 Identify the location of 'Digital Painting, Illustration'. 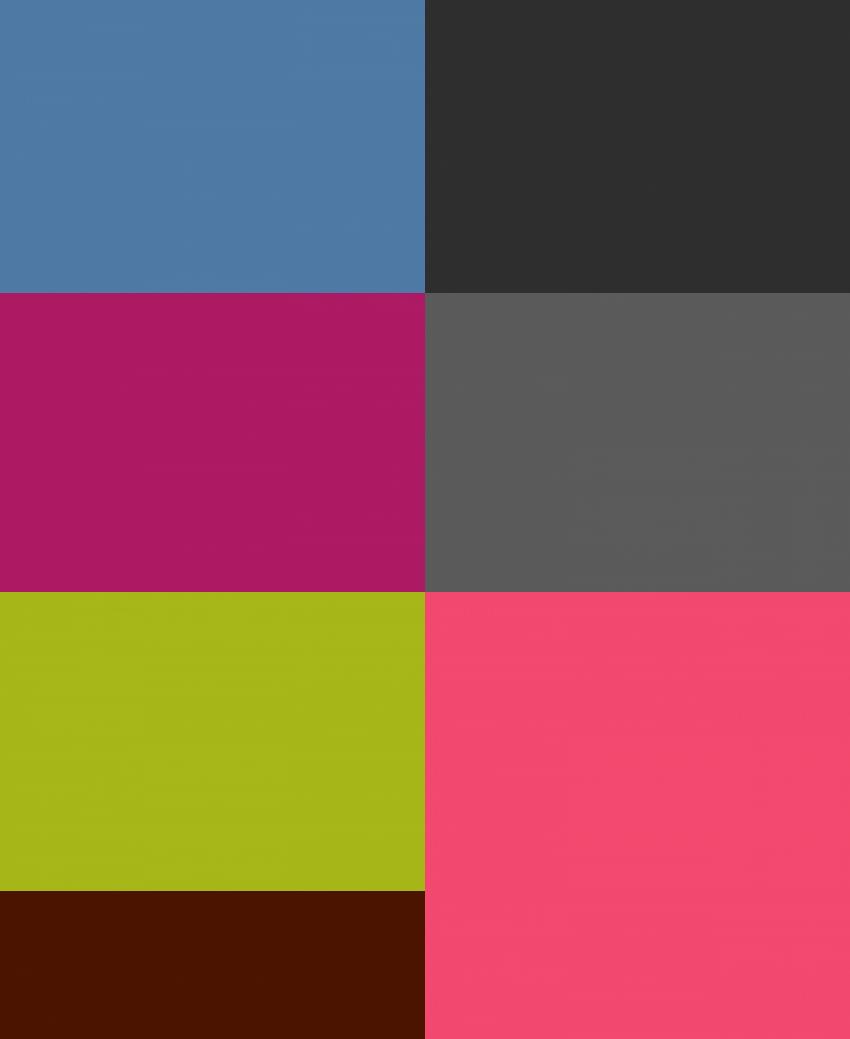
(145, 463).